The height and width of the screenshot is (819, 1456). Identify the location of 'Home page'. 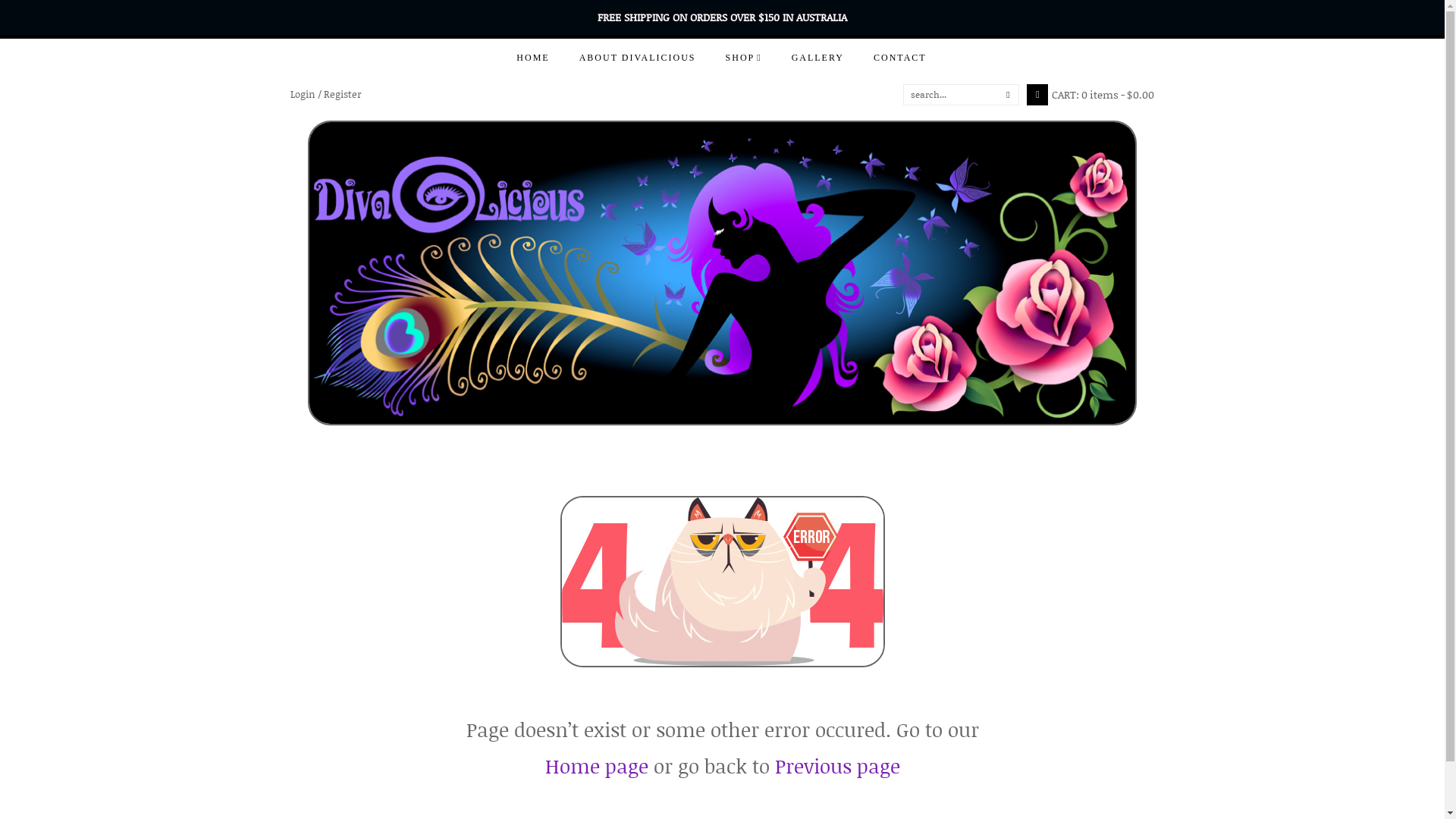
(595, 766).